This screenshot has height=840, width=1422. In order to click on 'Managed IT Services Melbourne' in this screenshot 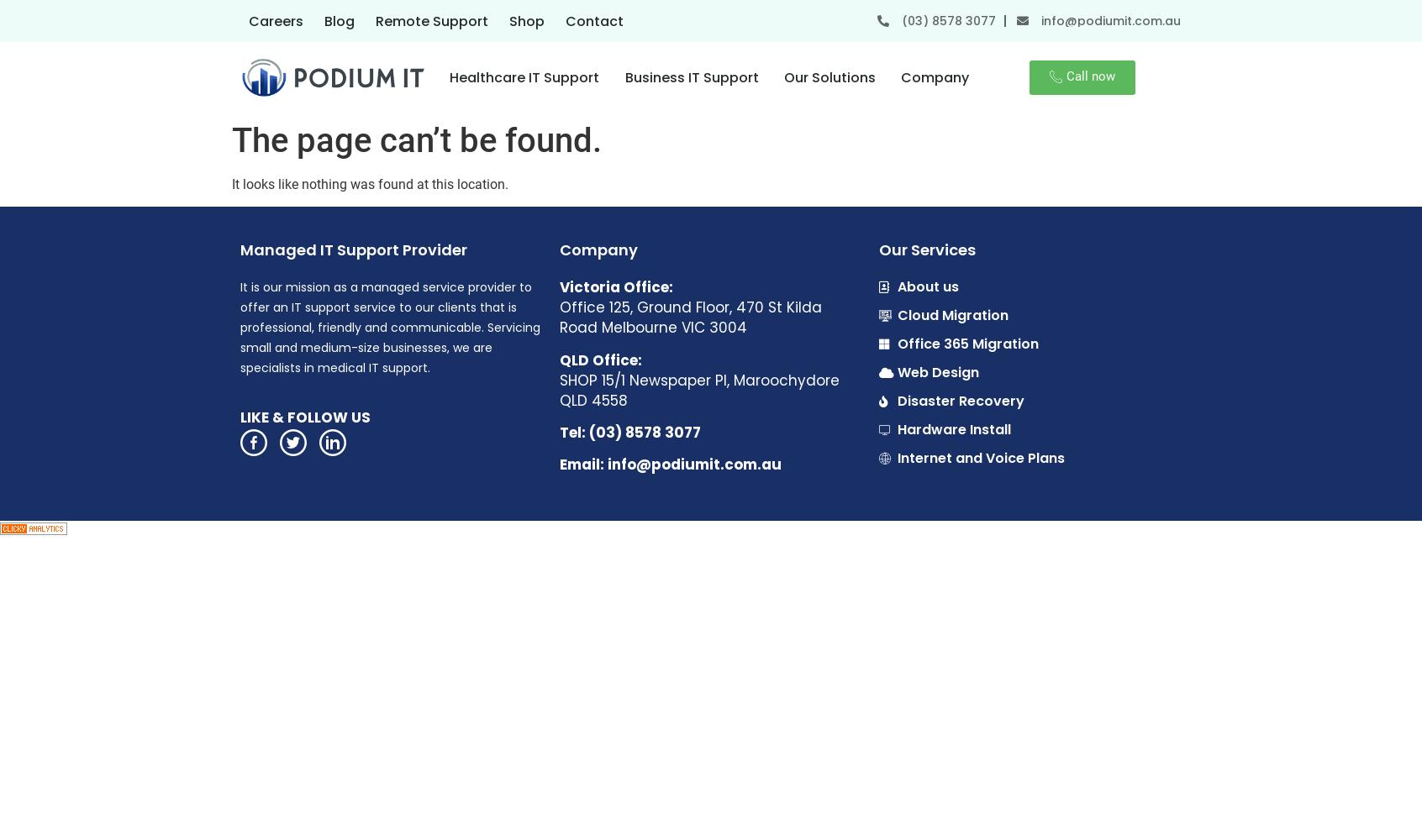, I will do `click(695, 118)`.